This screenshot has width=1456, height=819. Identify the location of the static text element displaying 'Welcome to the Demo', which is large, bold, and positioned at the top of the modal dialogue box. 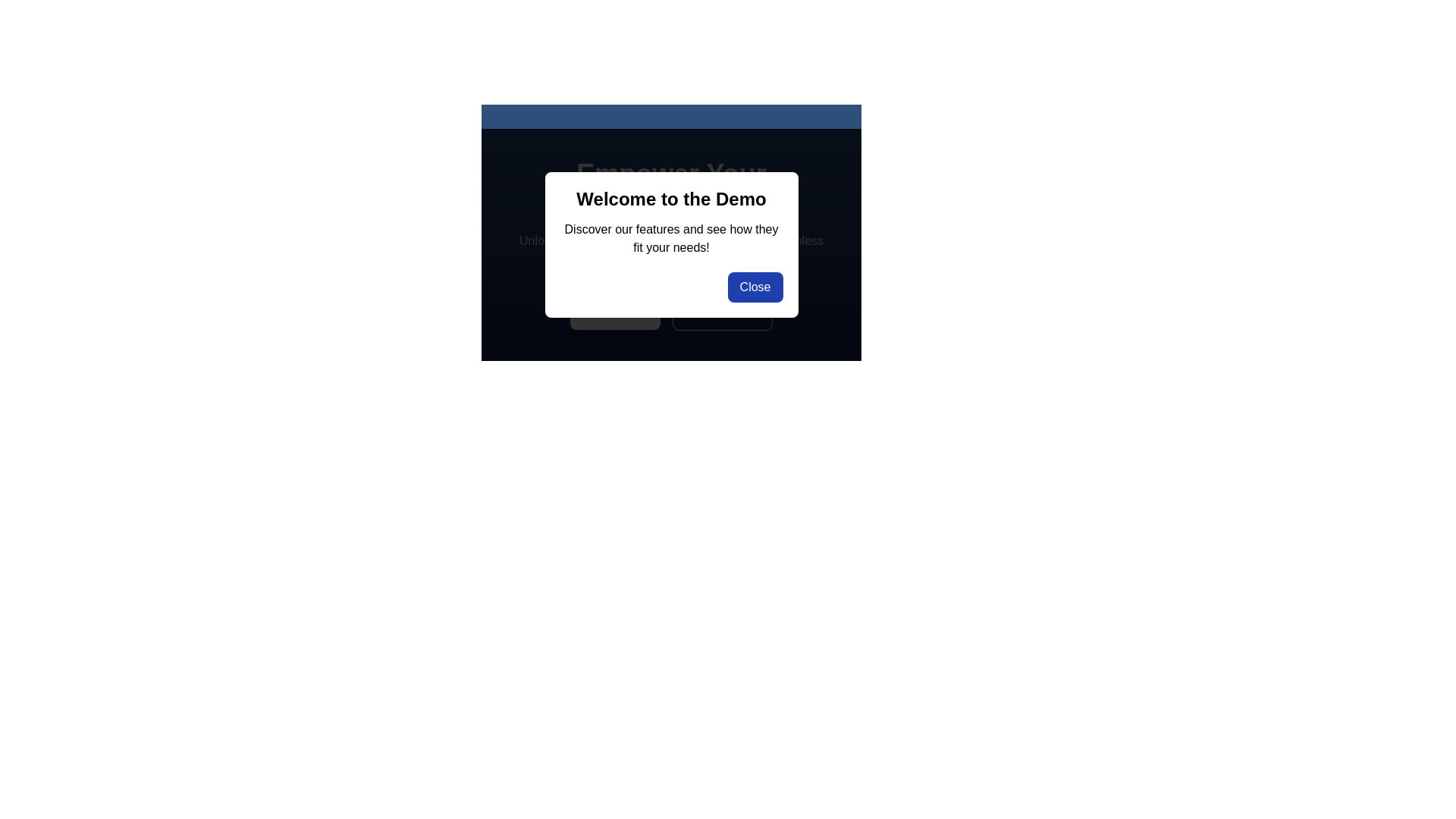
(670, 198).